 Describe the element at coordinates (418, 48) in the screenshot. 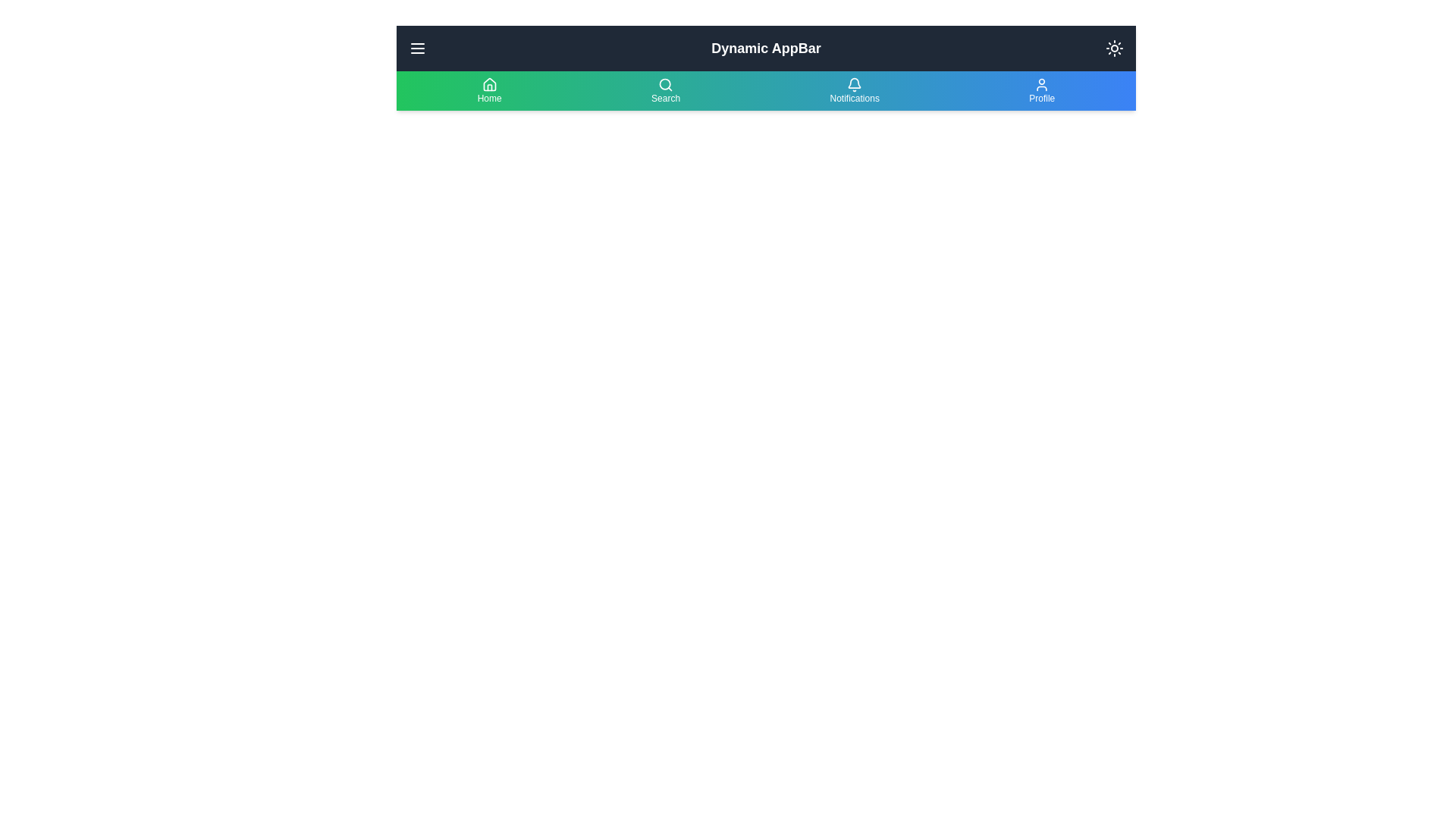

I see `the menu toggle button to toggle the menu visibility` at that location.